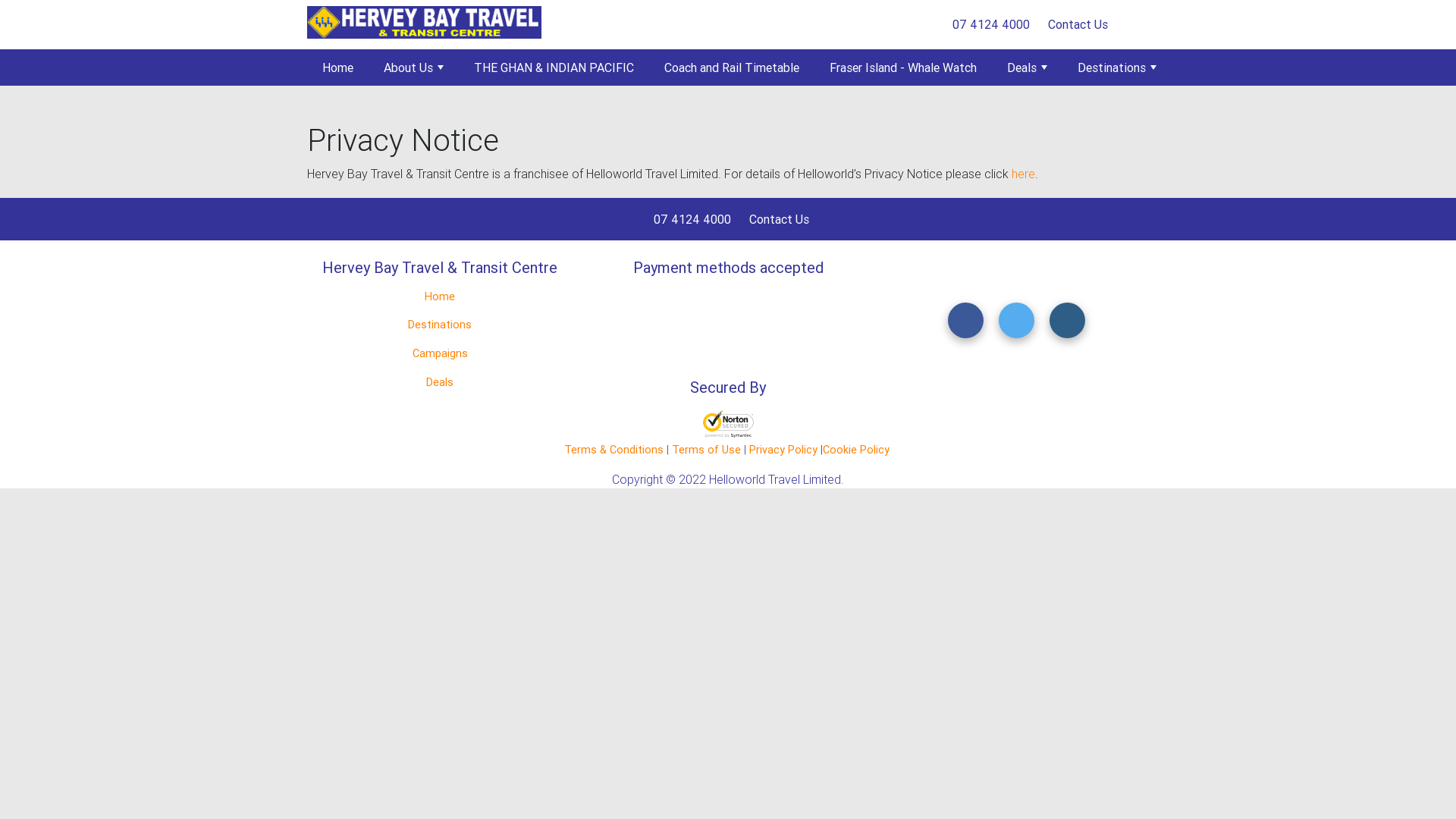  Describe the element at coordinates (439, 324) in the screenshot. I see `'Destinations'` at that location.